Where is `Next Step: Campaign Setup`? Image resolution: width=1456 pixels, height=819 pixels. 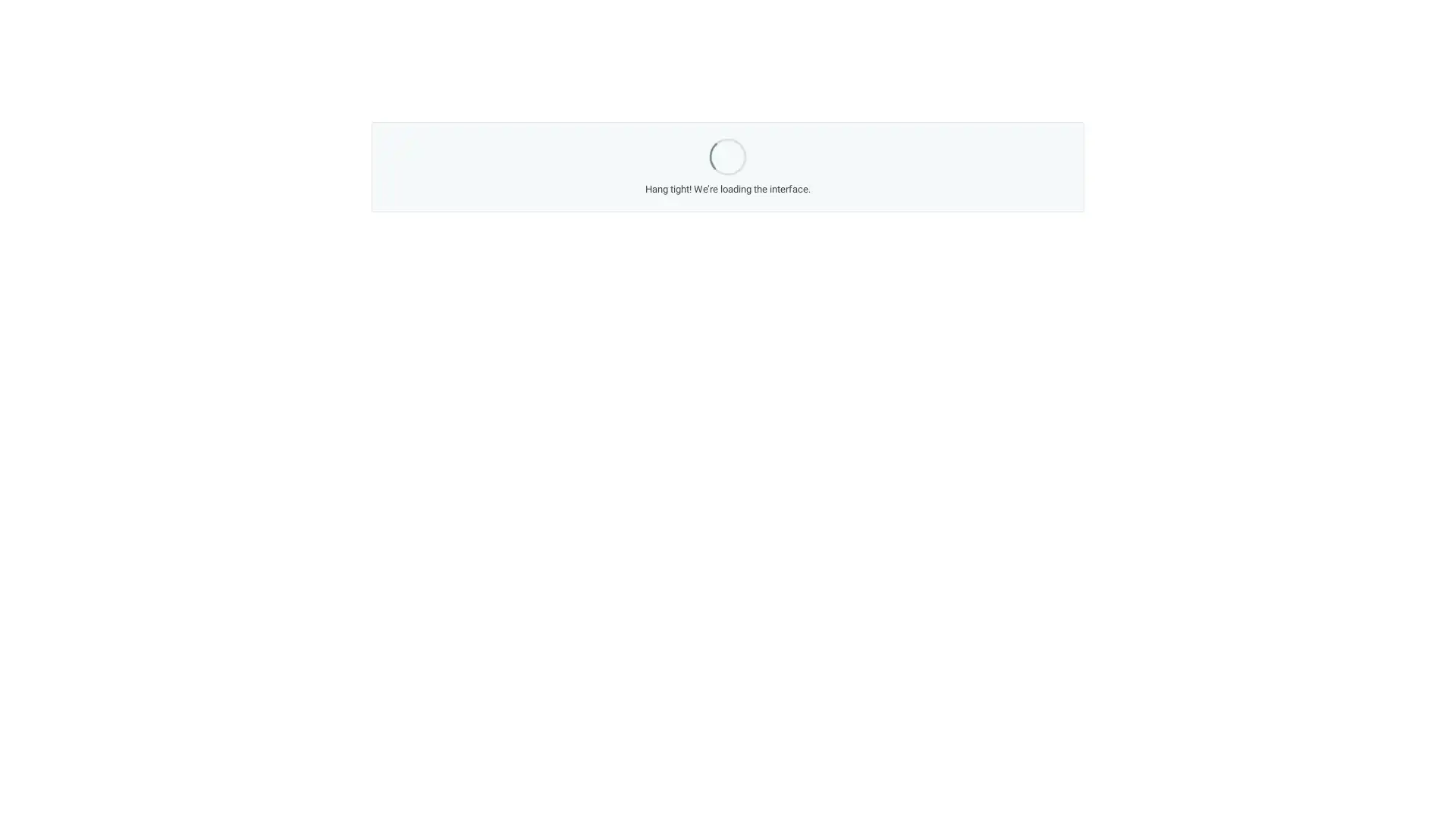 Next Step: Campaign Setup is located at coordinates (850, 540).